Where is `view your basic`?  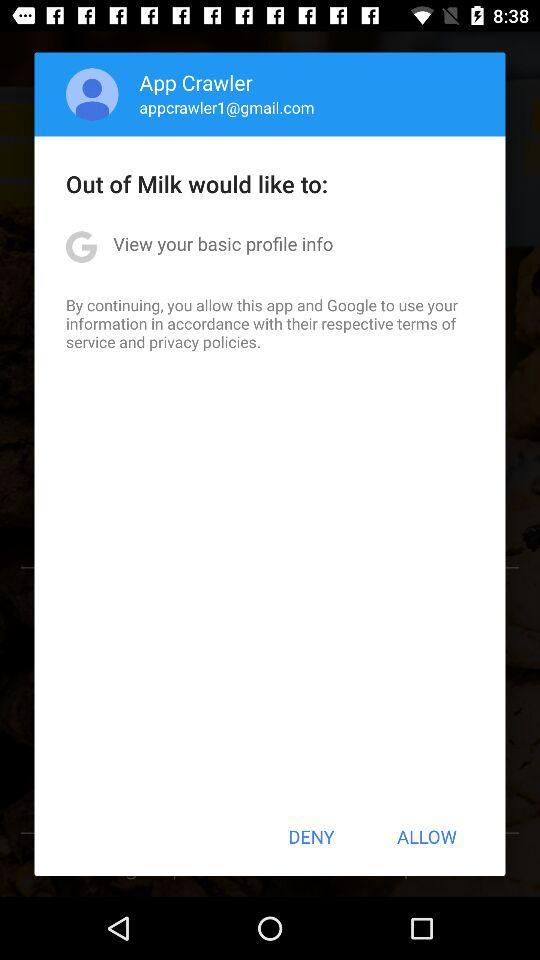
view your basic is located at coordinates (222, 242).